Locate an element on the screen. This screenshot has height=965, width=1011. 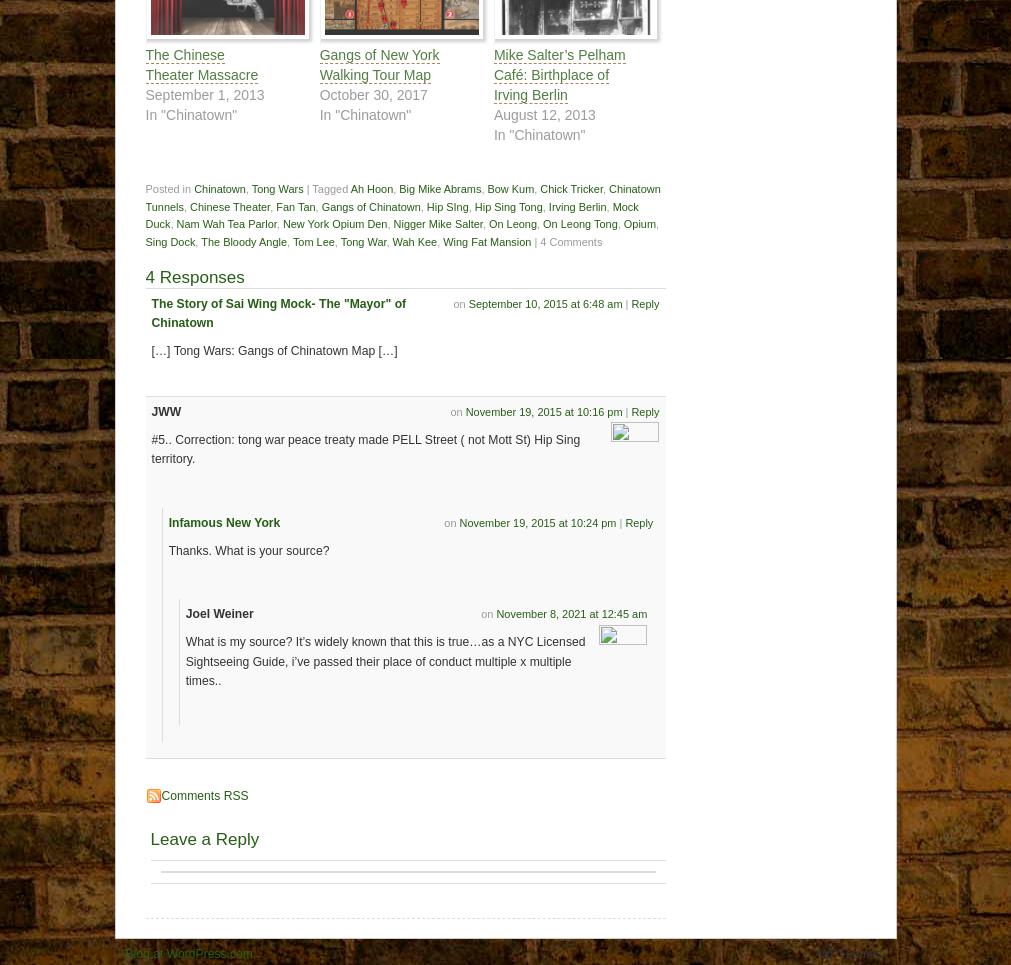
'Nigger Mike Salter' is located at coordinates (436, 222).